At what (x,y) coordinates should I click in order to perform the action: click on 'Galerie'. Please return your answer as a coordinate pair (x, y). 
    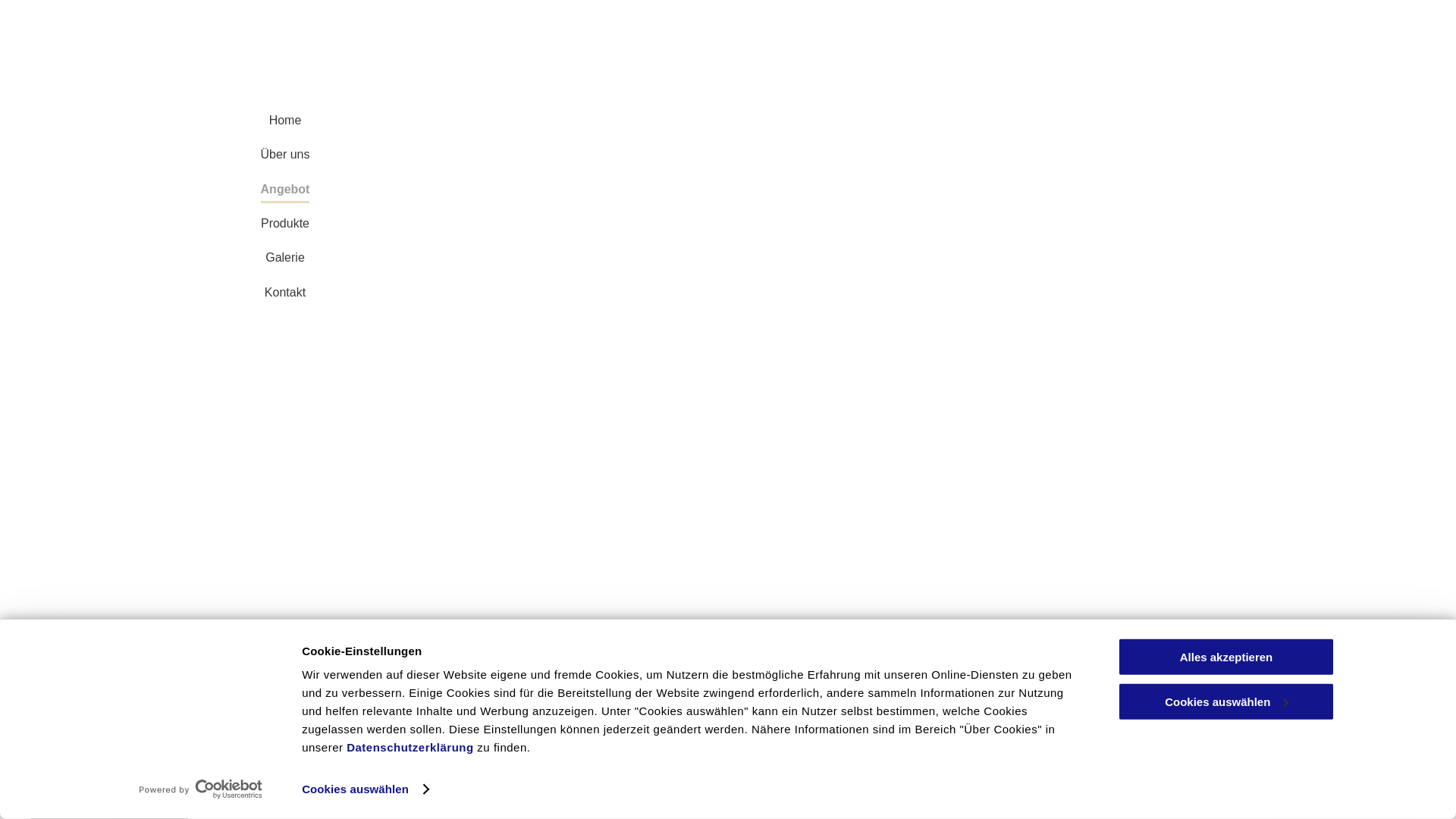
    Looking at the image, I should click on (284, 257).